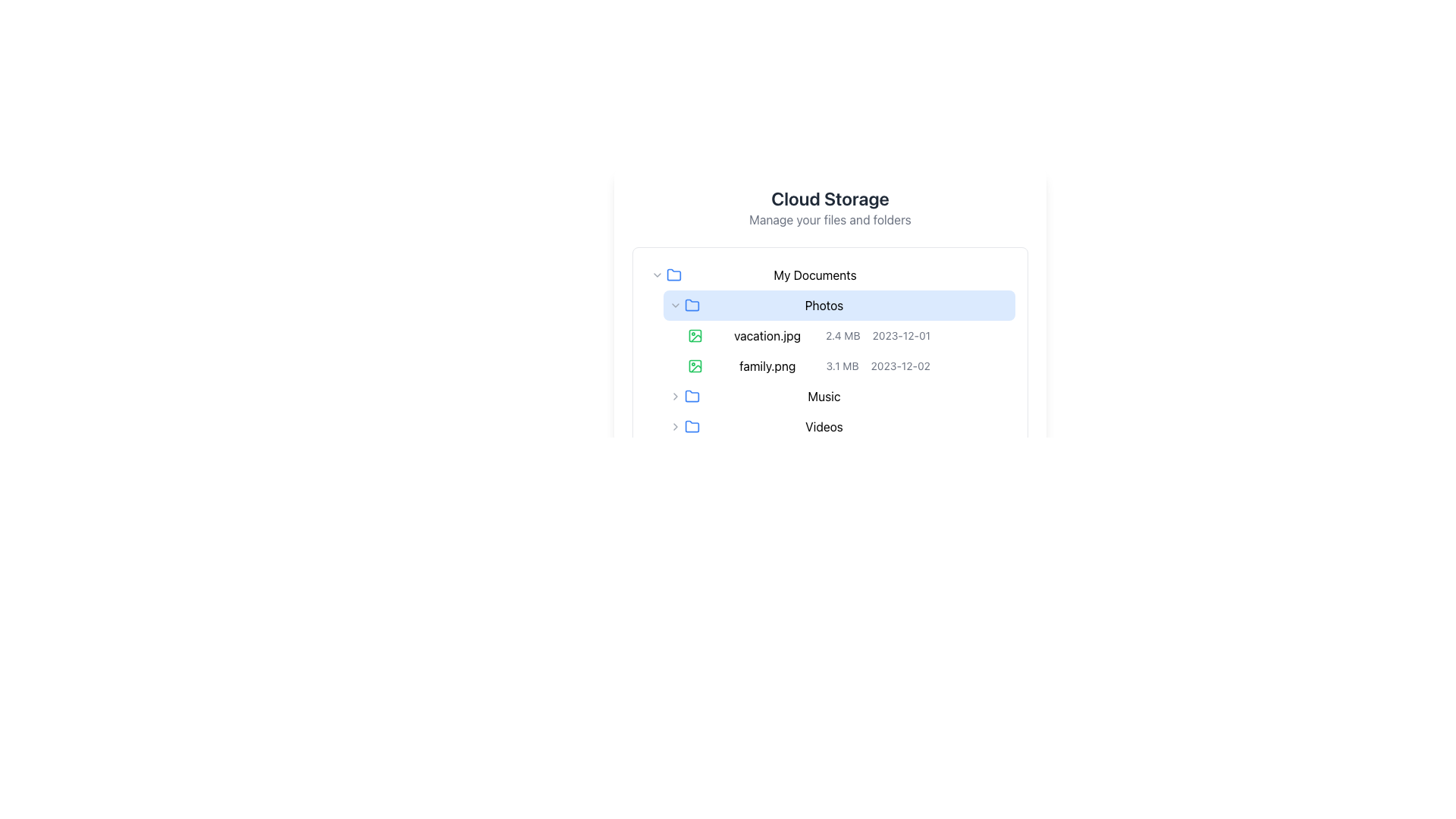  Describe the element at coordinates (829, 219) in the screenshot. I see `the descriptive text label providing context about the cloud storage feature, located directly below the 'Cloud Storage' heading` at that location.